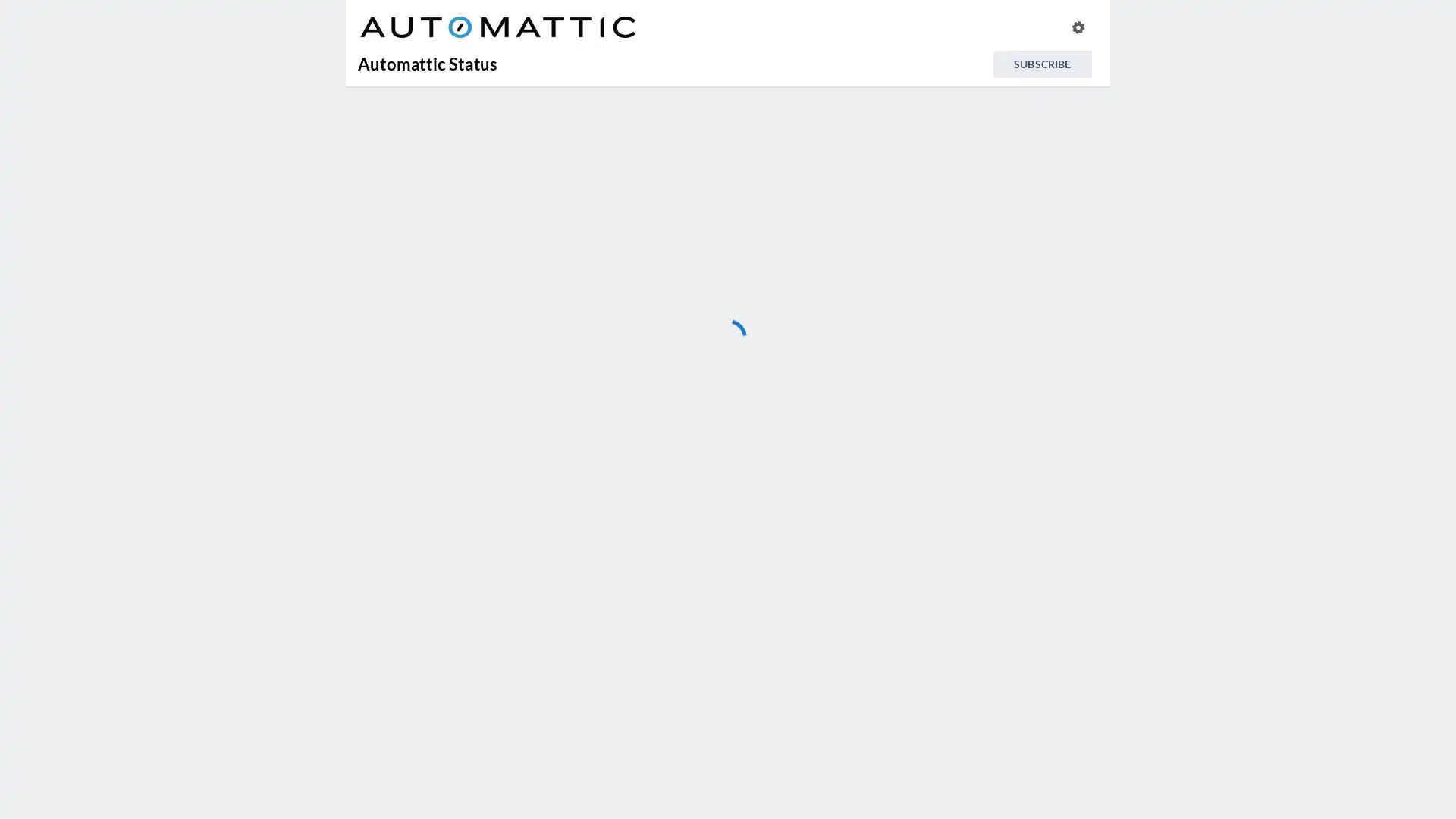 The image size is (1456, 819). Describe the element at coordinates (635, 597) in the screenshot. I see `Jetpack Stats Response Time : 53 ms` at that location.